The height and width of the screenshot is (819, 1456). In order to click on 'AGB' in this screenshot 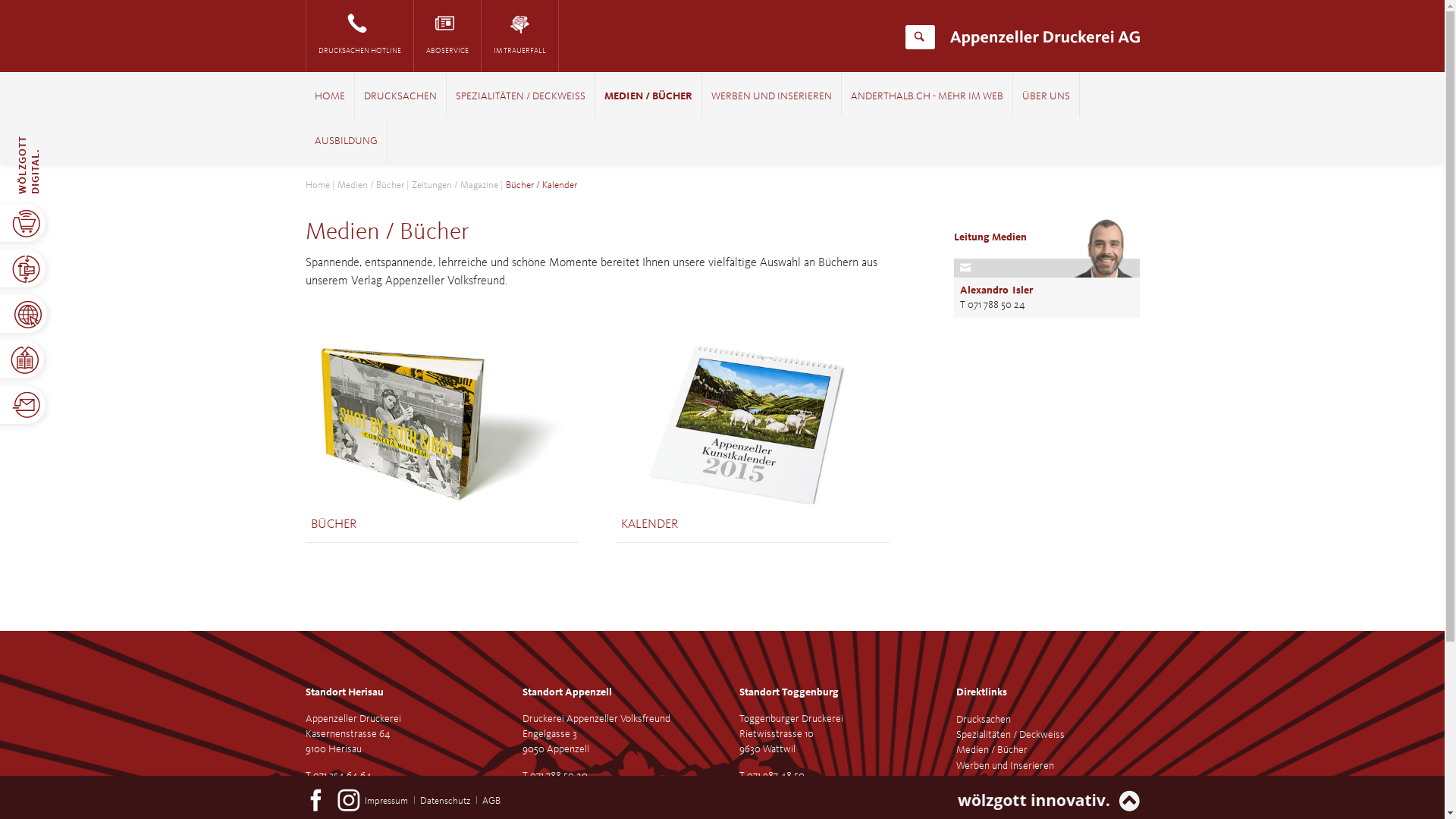, I will do `click(491, 800)`.